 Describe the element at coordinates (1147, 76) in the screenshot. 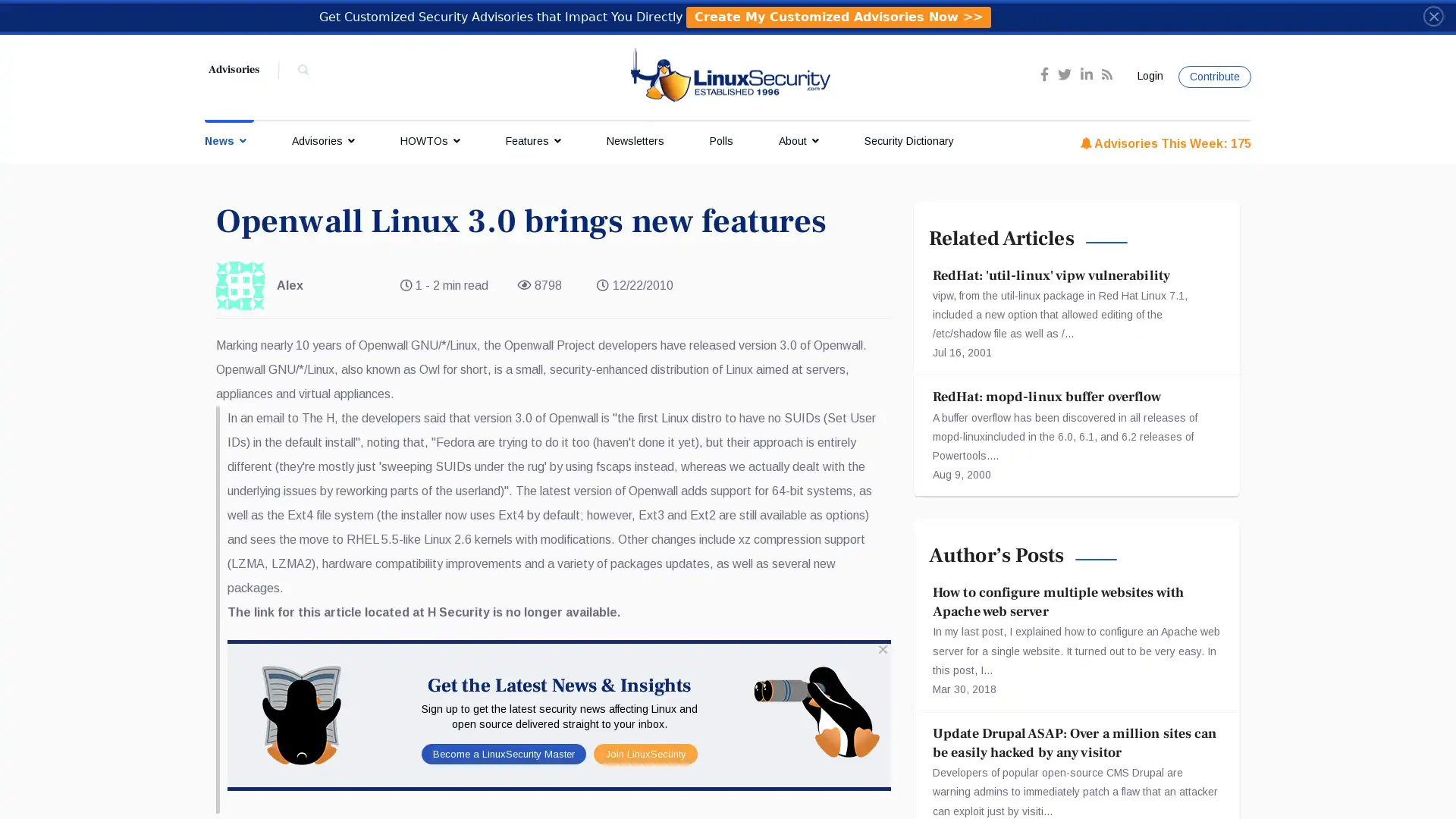

I see `Login` at that location.